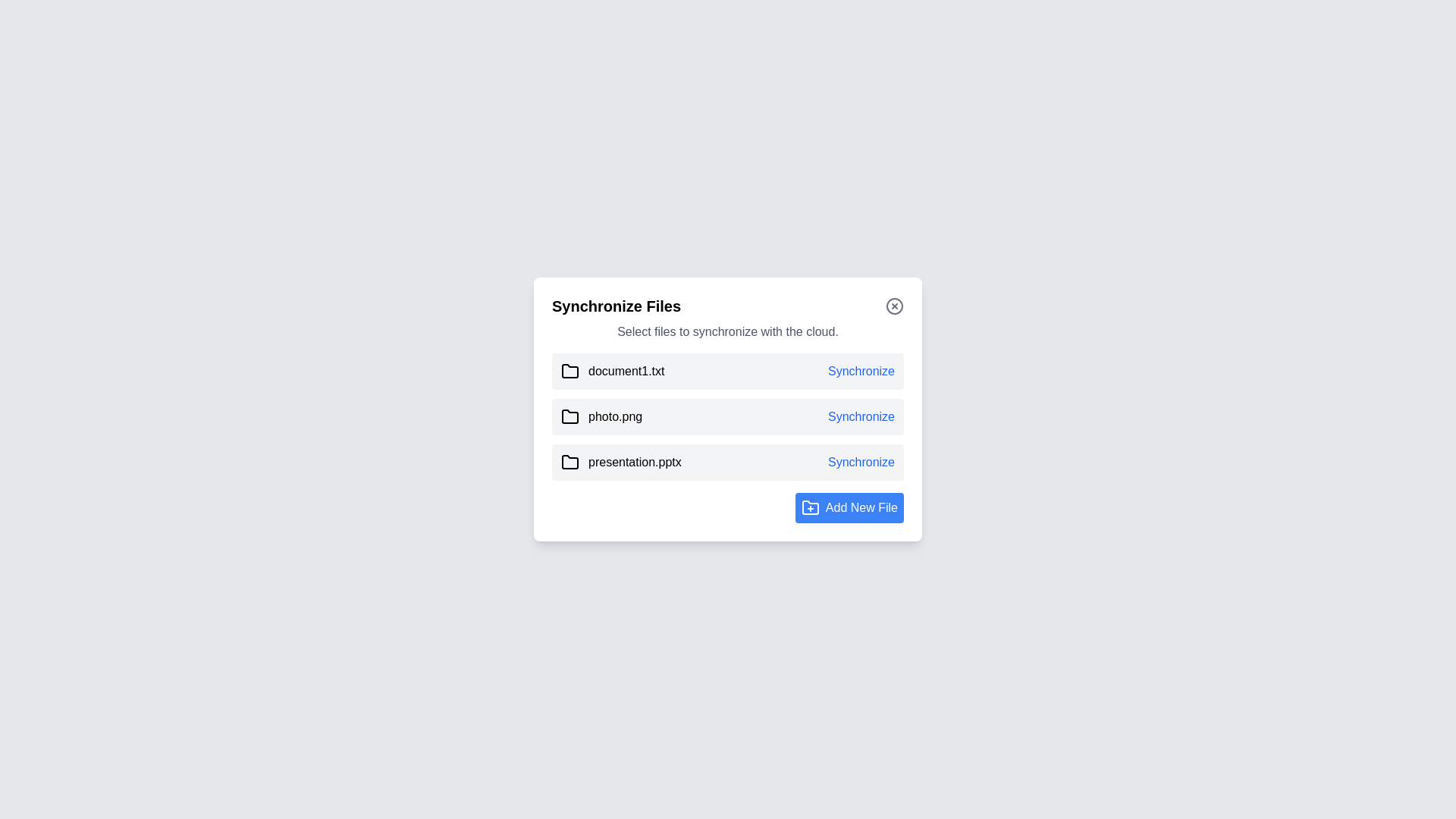 This screenshot has height=819, width=1456. What do you see at coordinates (895, 306) in the screenshot?
I see `the close button to hide the dialog` at bounding box center [895, 306].